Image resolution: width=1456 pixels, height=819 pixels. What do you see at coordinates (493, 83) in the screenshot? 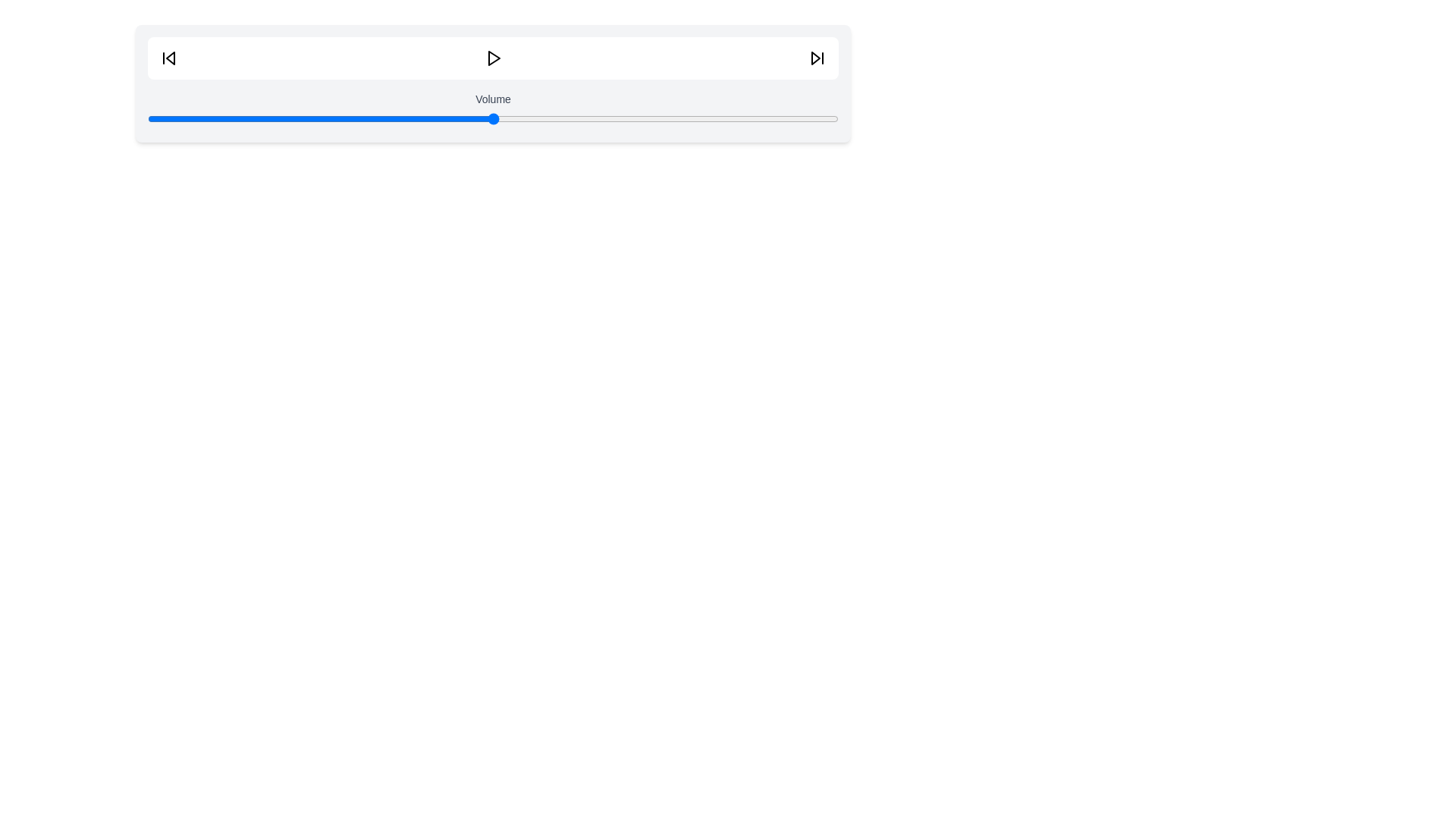
I see `the horizontal slider labeled 'Volume'` at bounding box center [493, 83].